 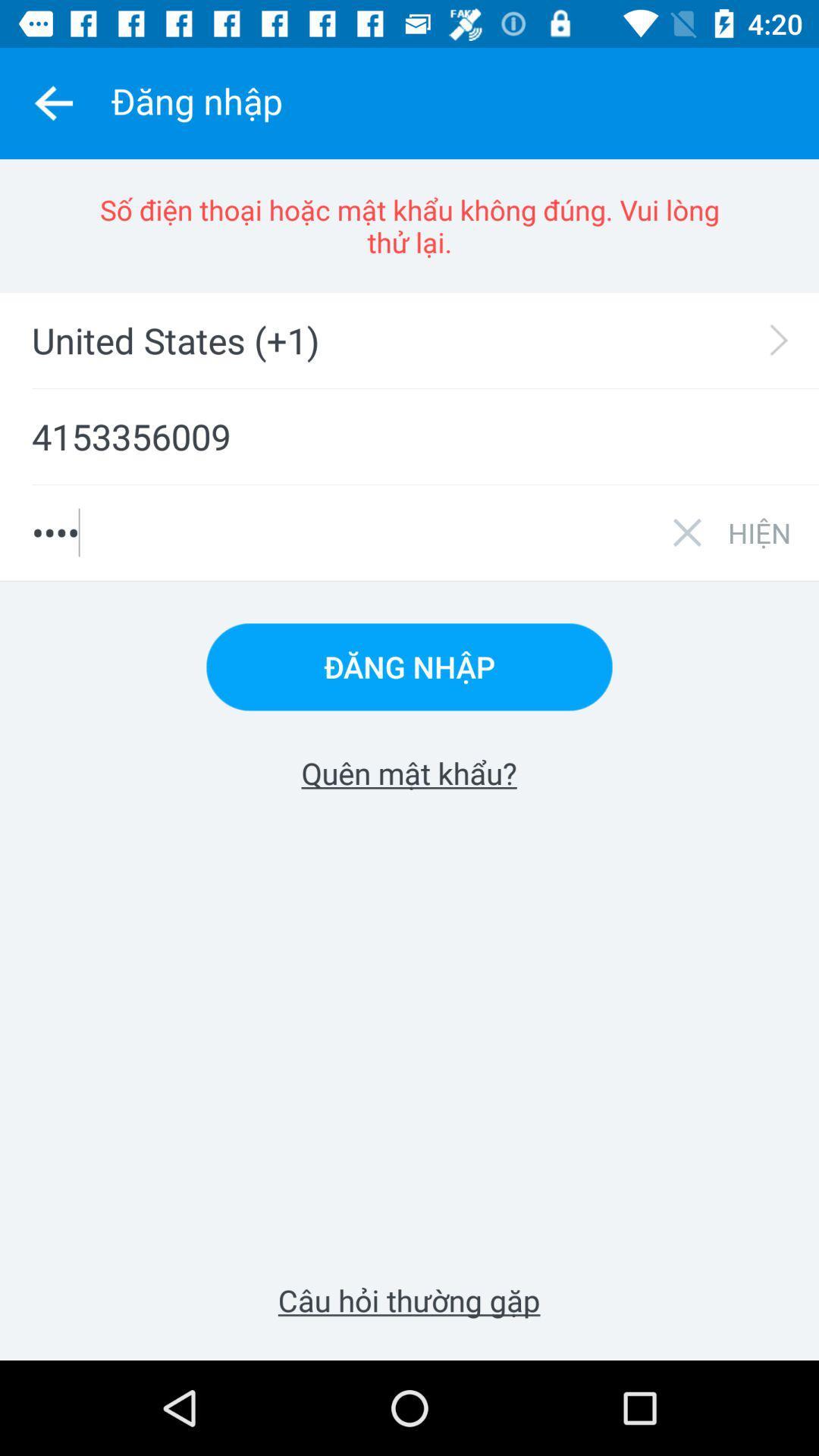 I want to click on 4153356009 icon, so click(x=409, y=436).